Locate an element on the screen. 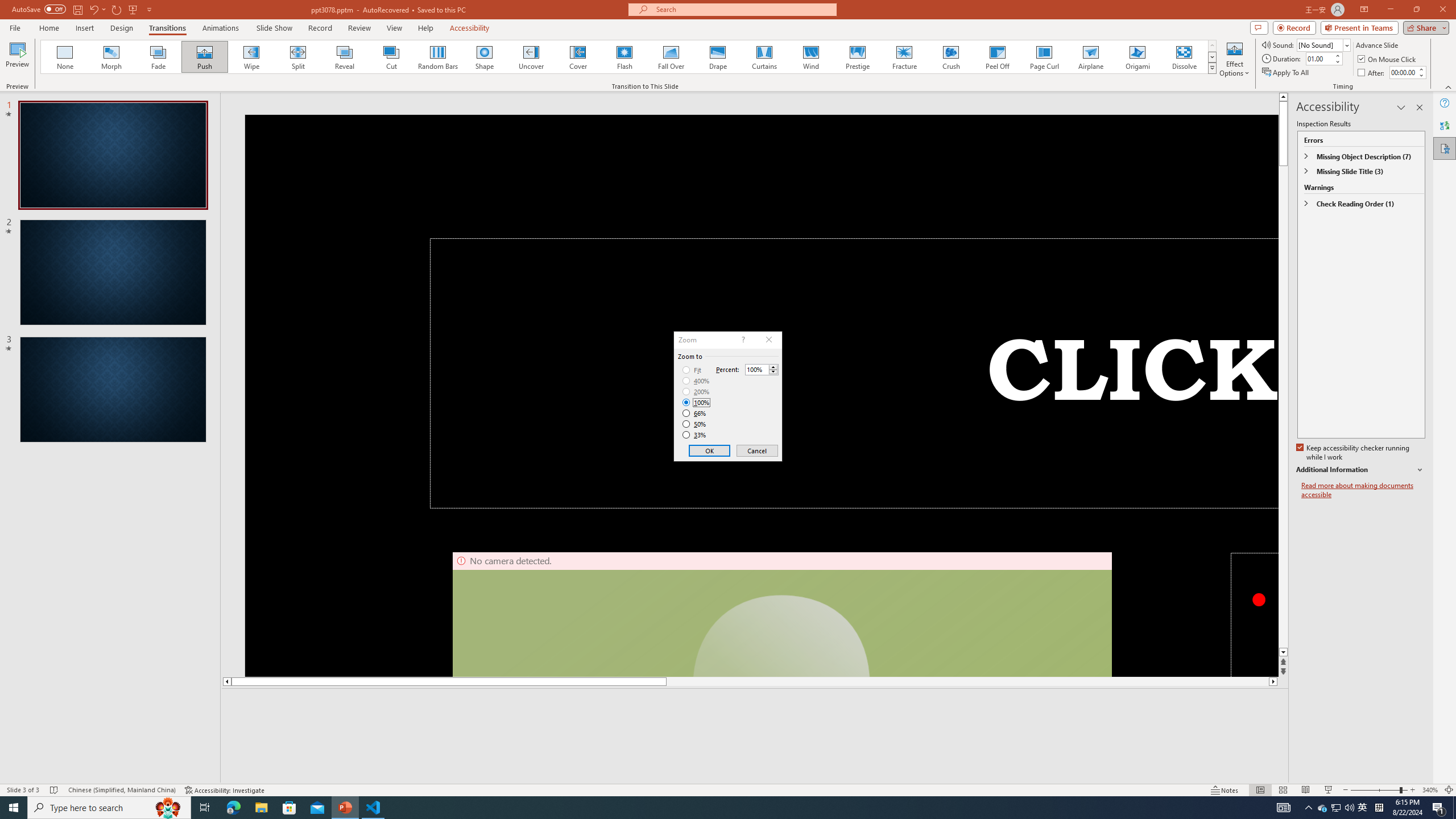 This screenshot has width=1456, height=819. 'Percent' is located at coordinates (762, 369).